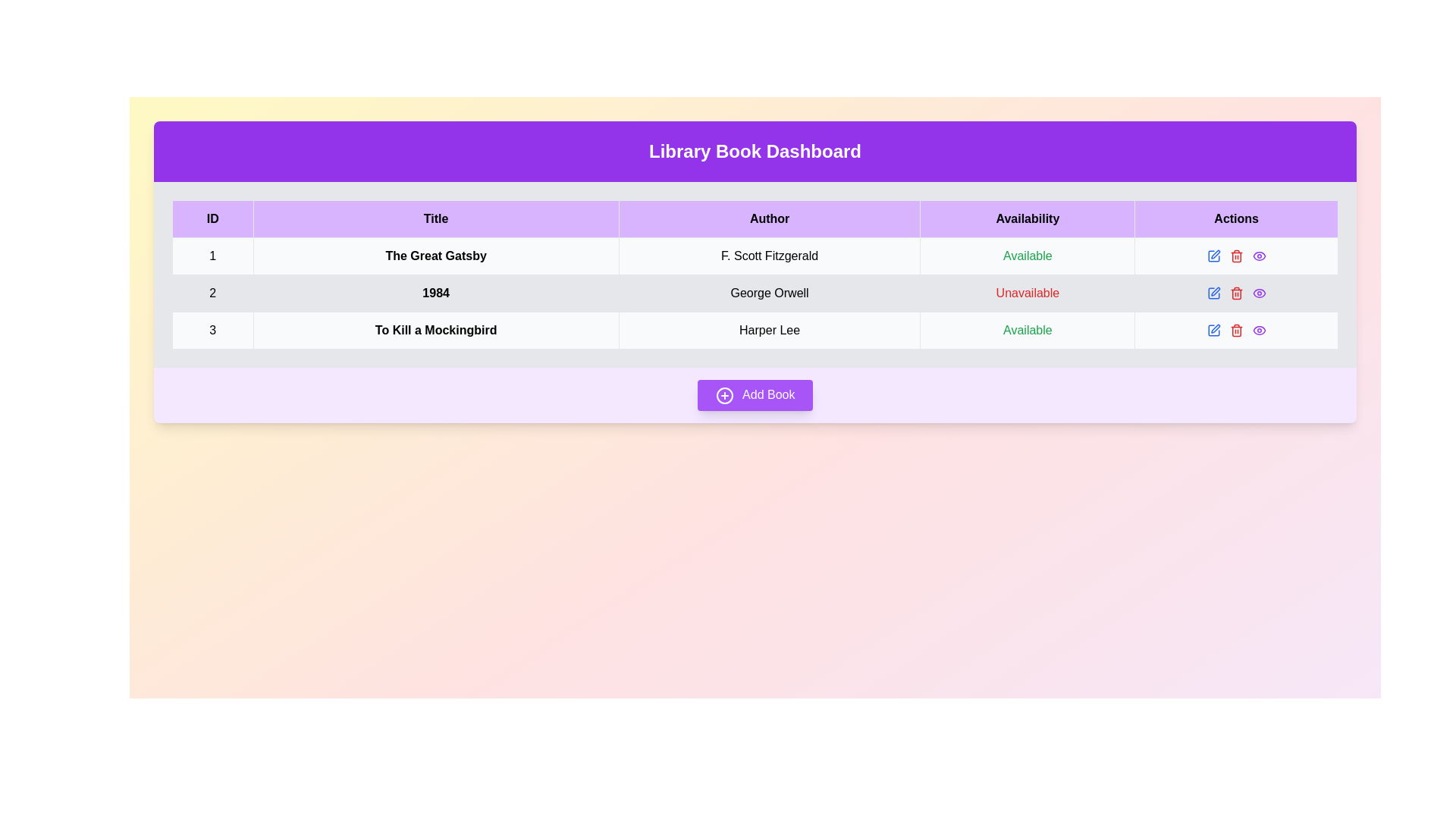  Describe the element at coordinates (1236, 329) in the screenshot. I see `the edit icon within the interactive icons group in the 'Actions' column of the third row for the book 'To Kill a Mockingbird' to modify the entry` at that location.